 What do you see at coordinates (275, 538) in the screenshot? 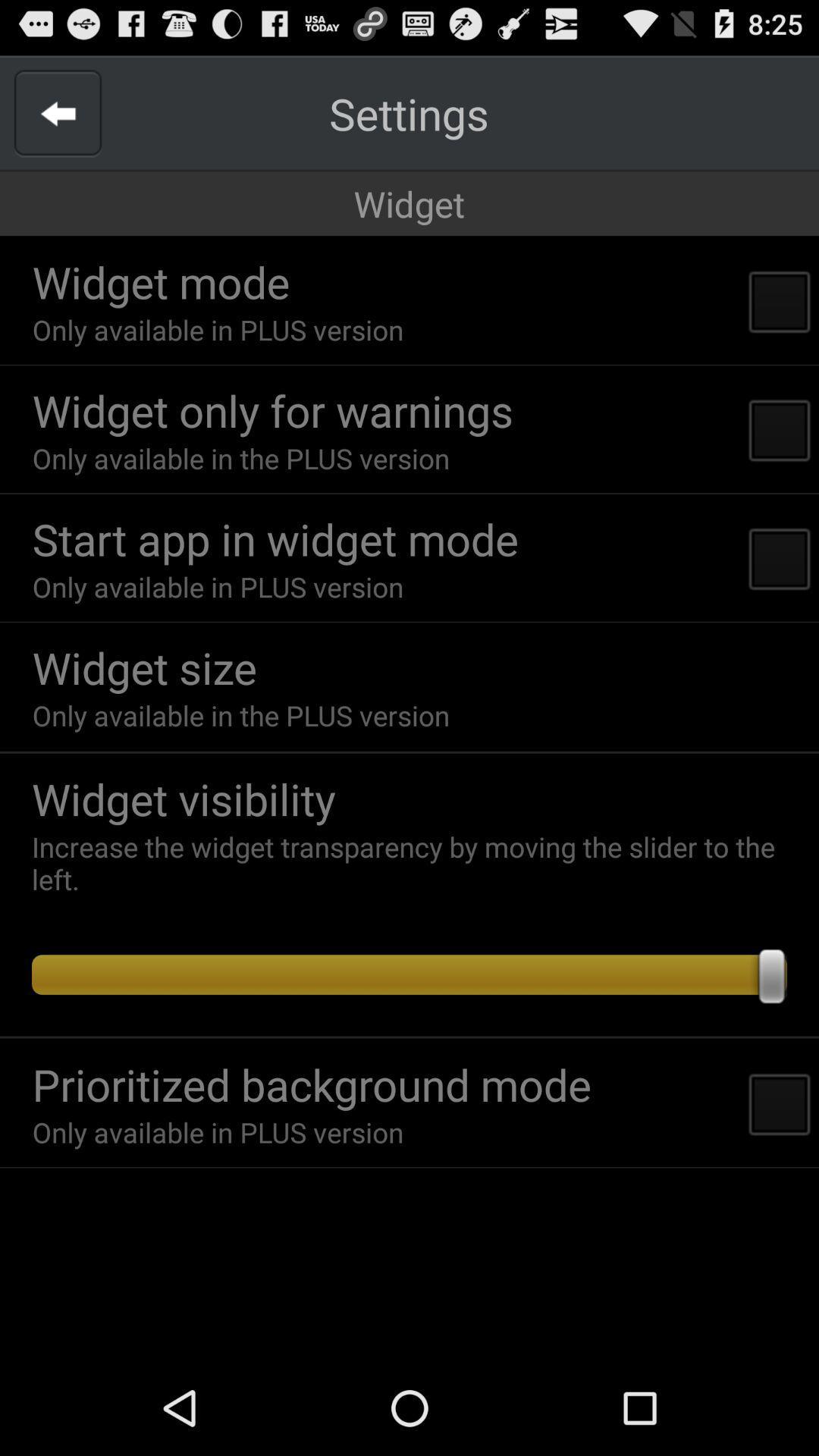
I see `start app in` at bounding box center [275, 538].